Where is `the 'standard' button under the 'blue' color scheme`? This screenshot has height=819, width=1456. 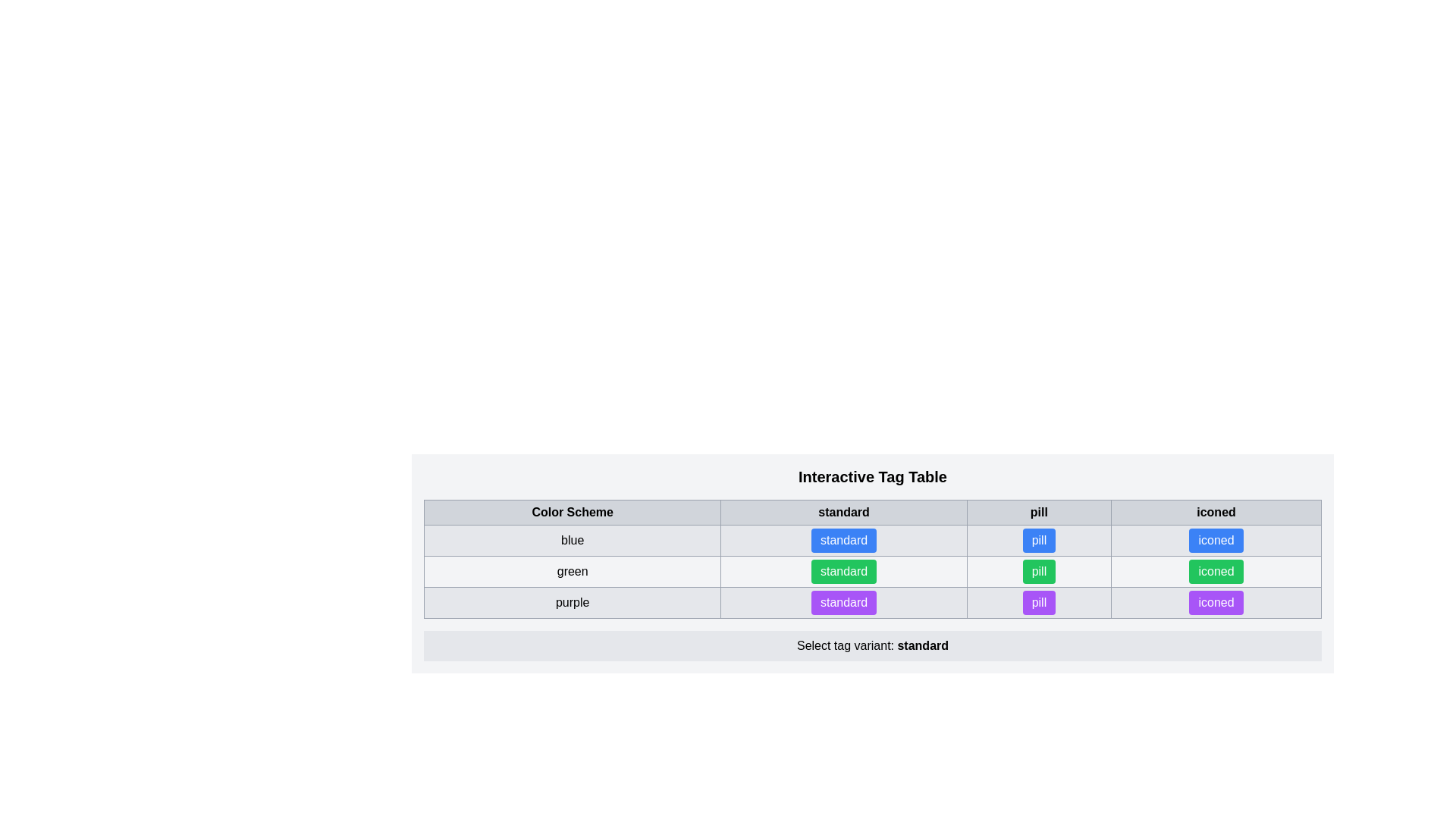
the 'standard' button under the 'blue' color scheme is located at coordinates (843, 540).